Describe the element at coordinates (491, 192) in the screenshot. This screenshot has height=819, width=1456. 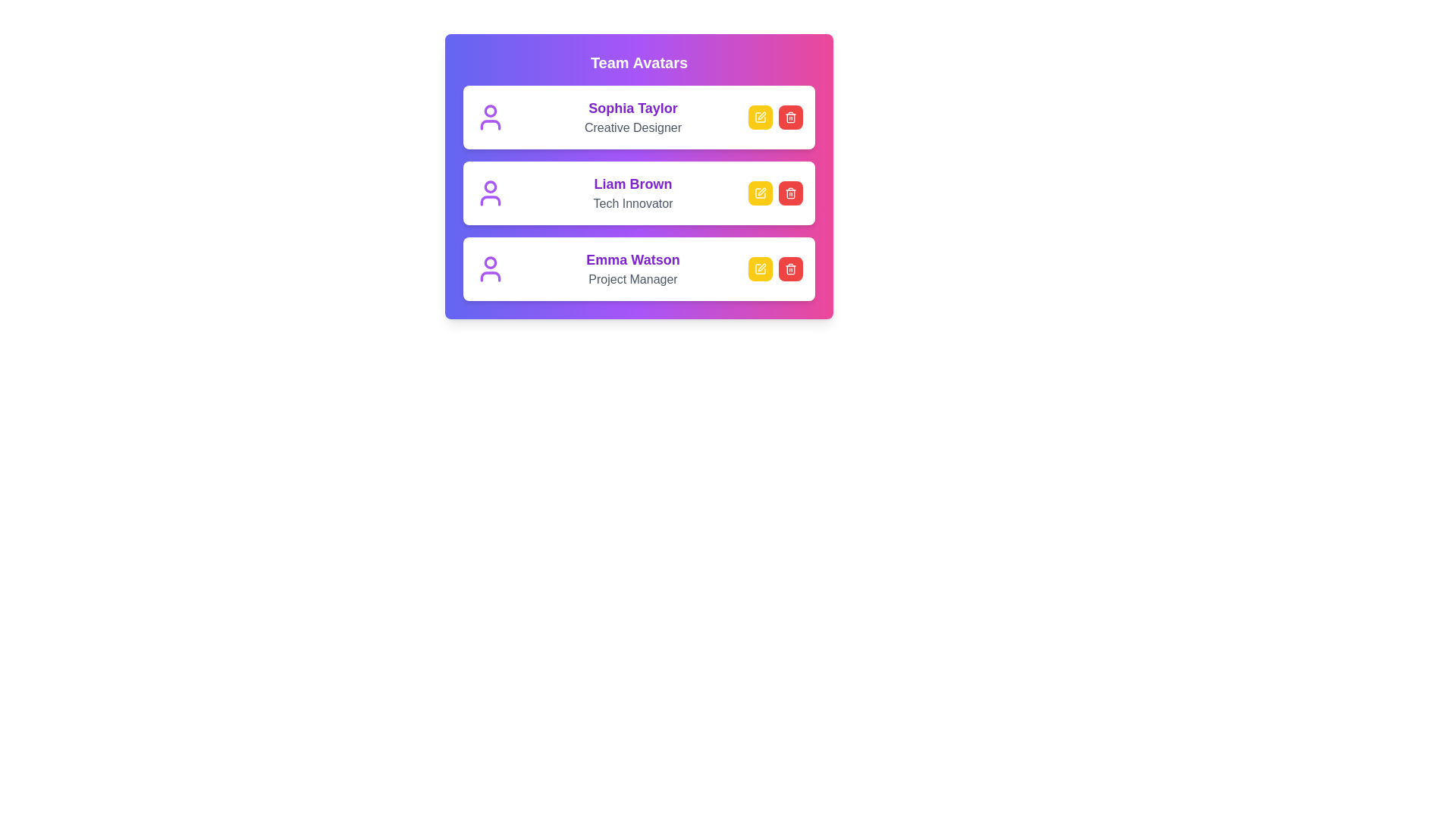
I see `the avatar icon representing user information in the 'Liam Brown, Tech Innovator' card, located to the left of the textual details` at that location.